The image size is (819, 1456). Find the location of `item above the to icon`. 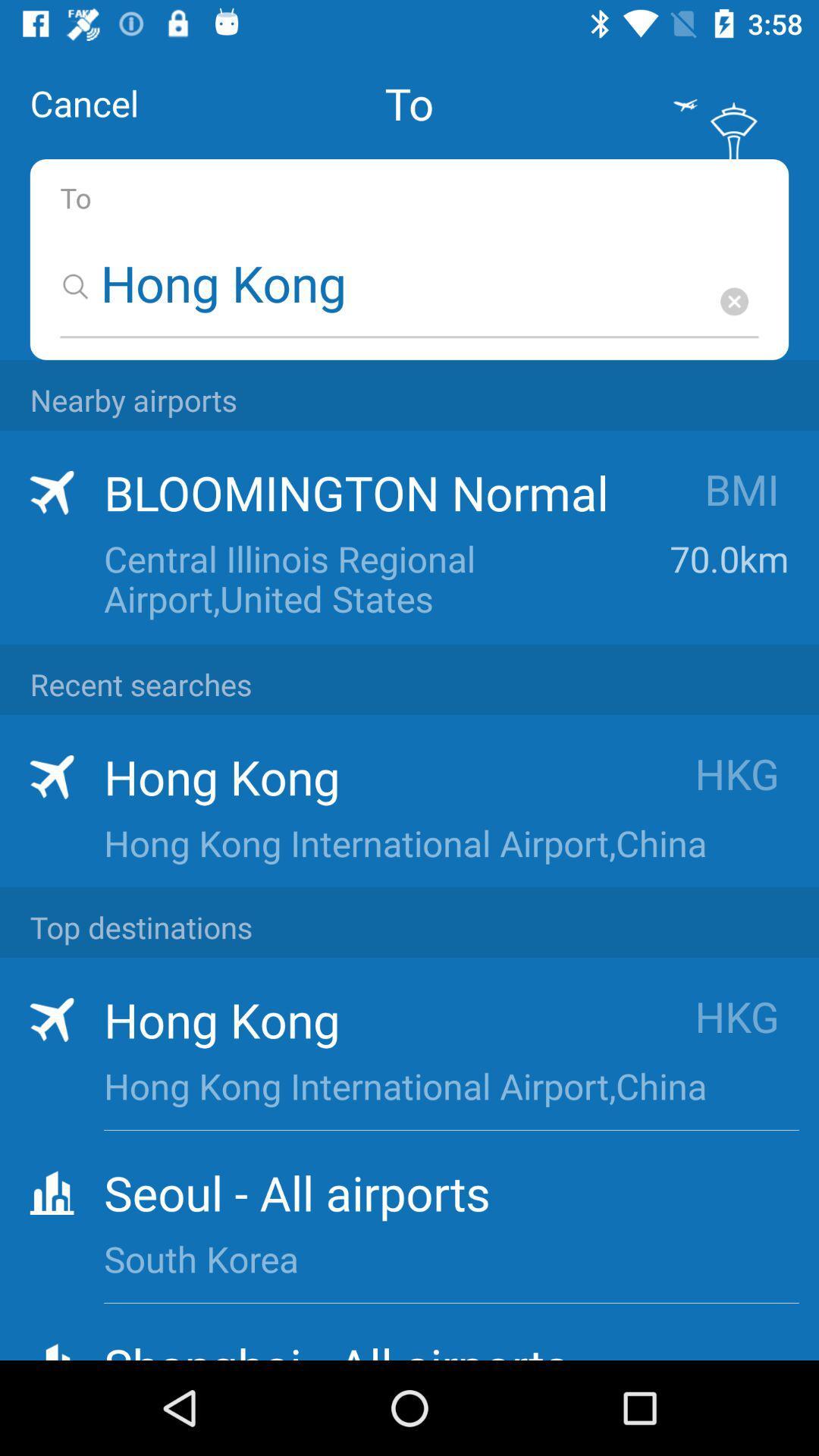

item above the to icon is located at coordinates (84, 102).